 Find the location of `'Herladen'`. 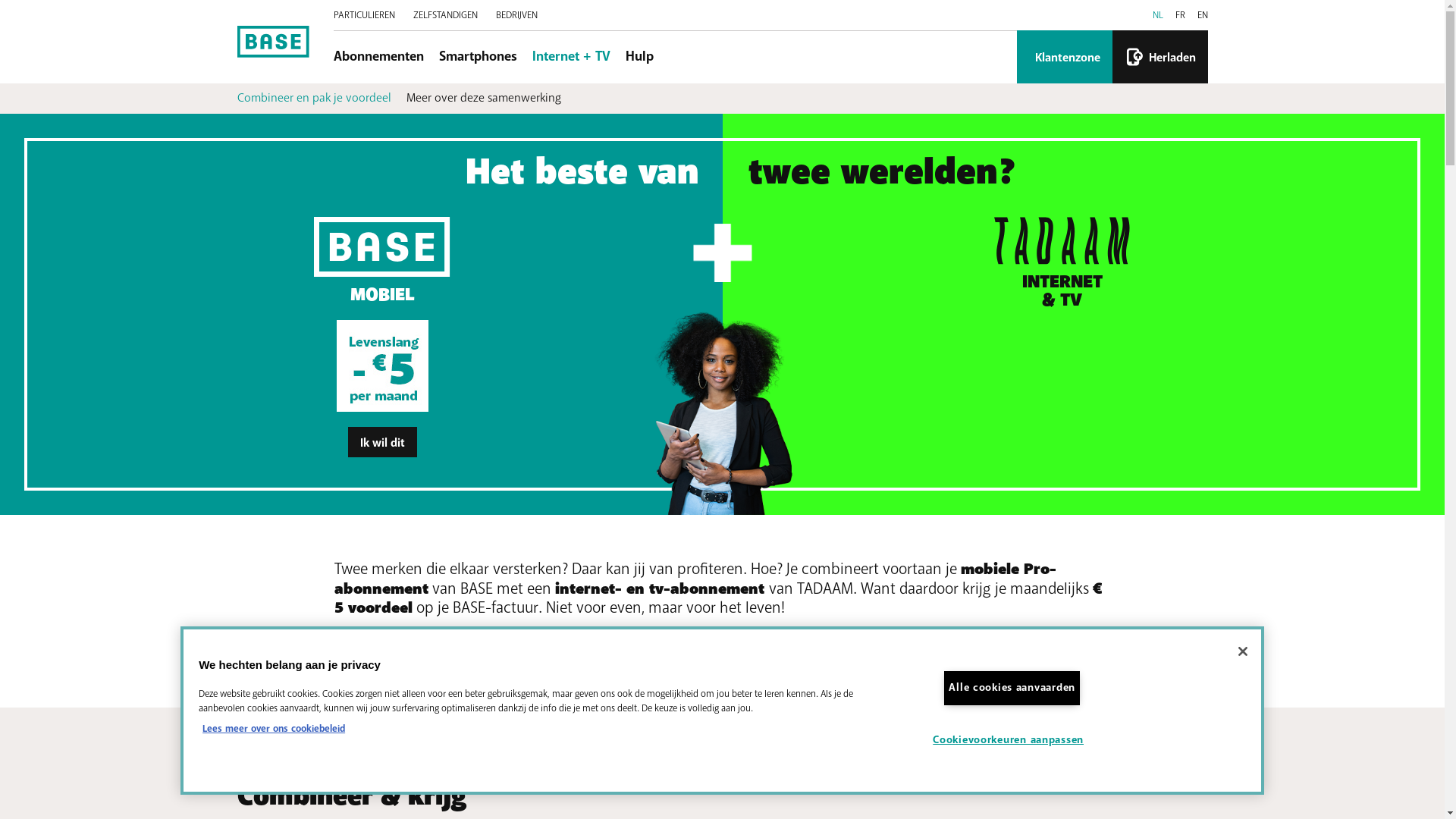

'Herladen' is located at coordinates (1159, 55).